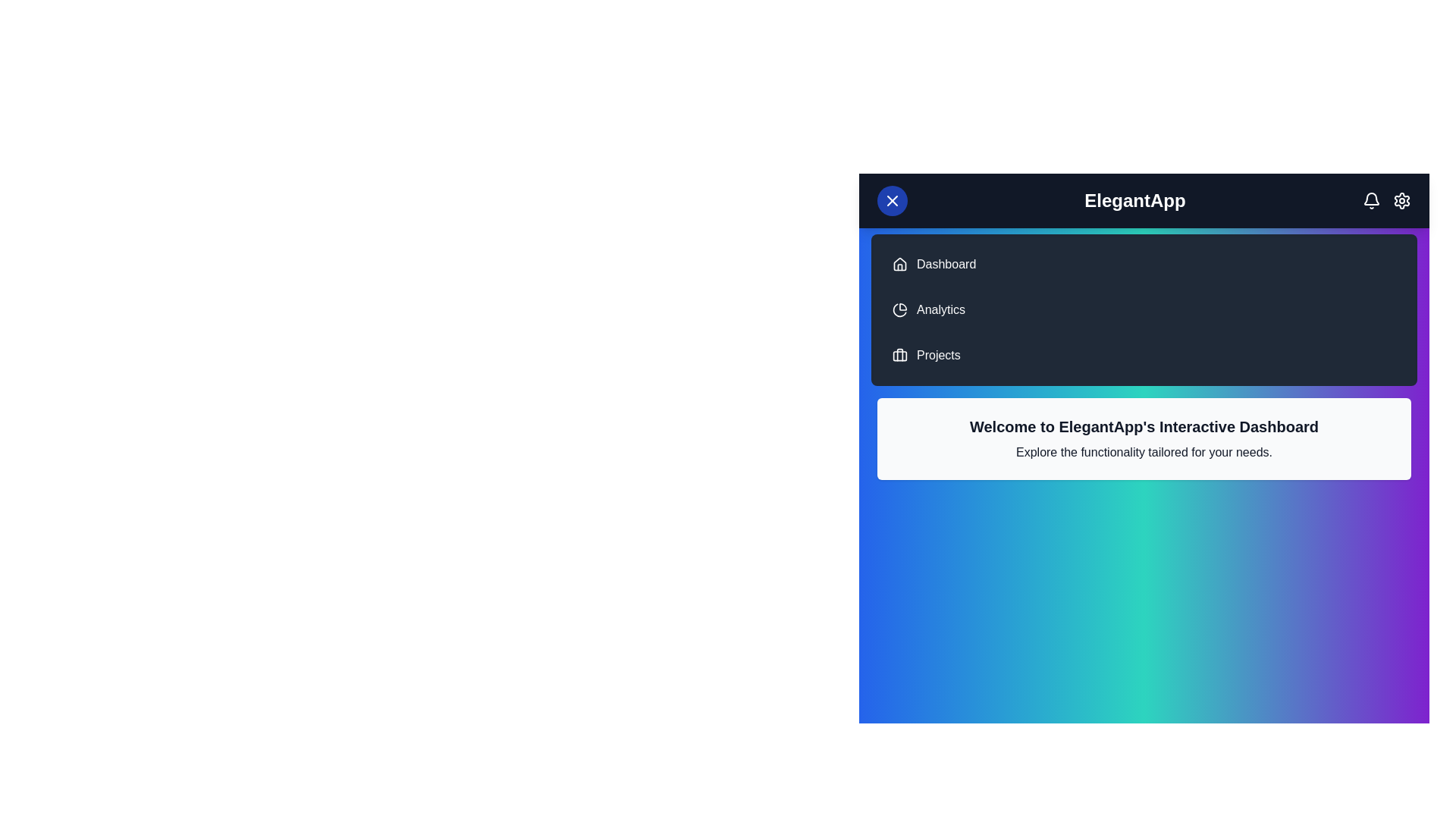  Describe the element at coordinates (1372, 200) in the screenshot. I see `the Bell icon to access notifications` at that location.